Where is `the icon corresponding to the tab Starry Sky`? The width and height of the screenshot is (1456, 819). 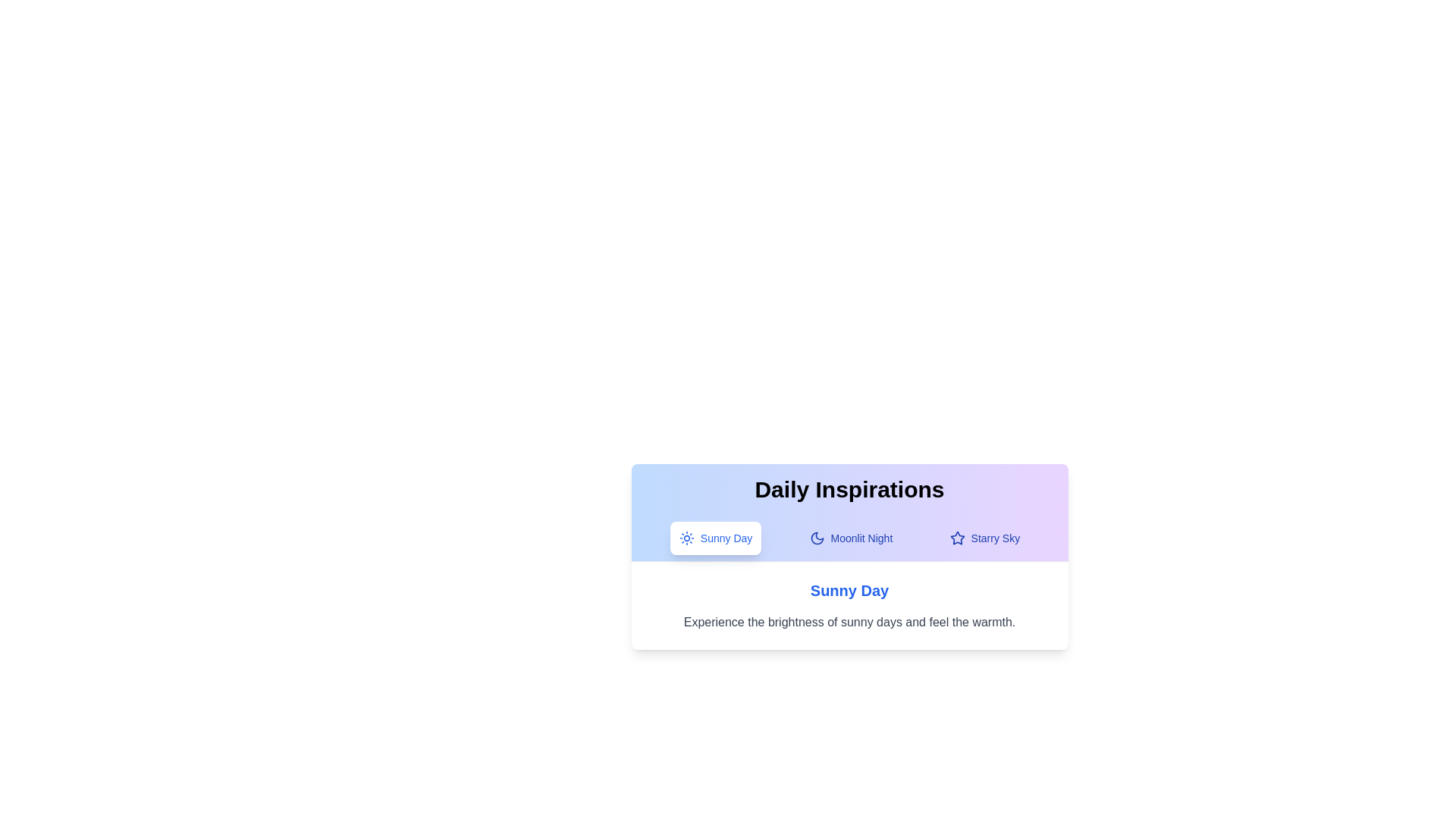
the icon corresponding to the tab Starry Sky is located at coordinates (956, 537).